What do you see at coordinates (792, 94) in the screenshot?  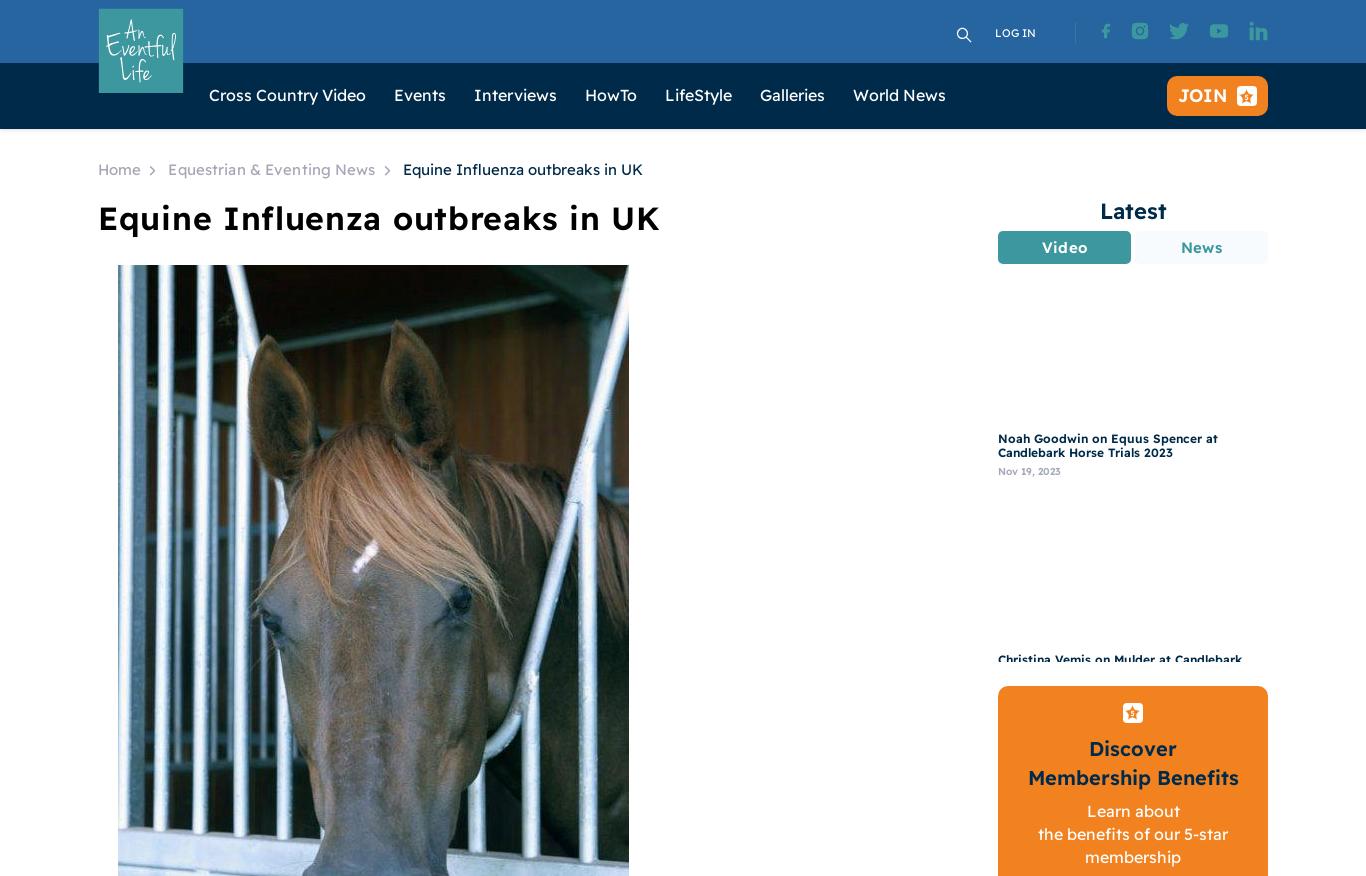 I see `'Galleries'` at bounding box center [792, 94].